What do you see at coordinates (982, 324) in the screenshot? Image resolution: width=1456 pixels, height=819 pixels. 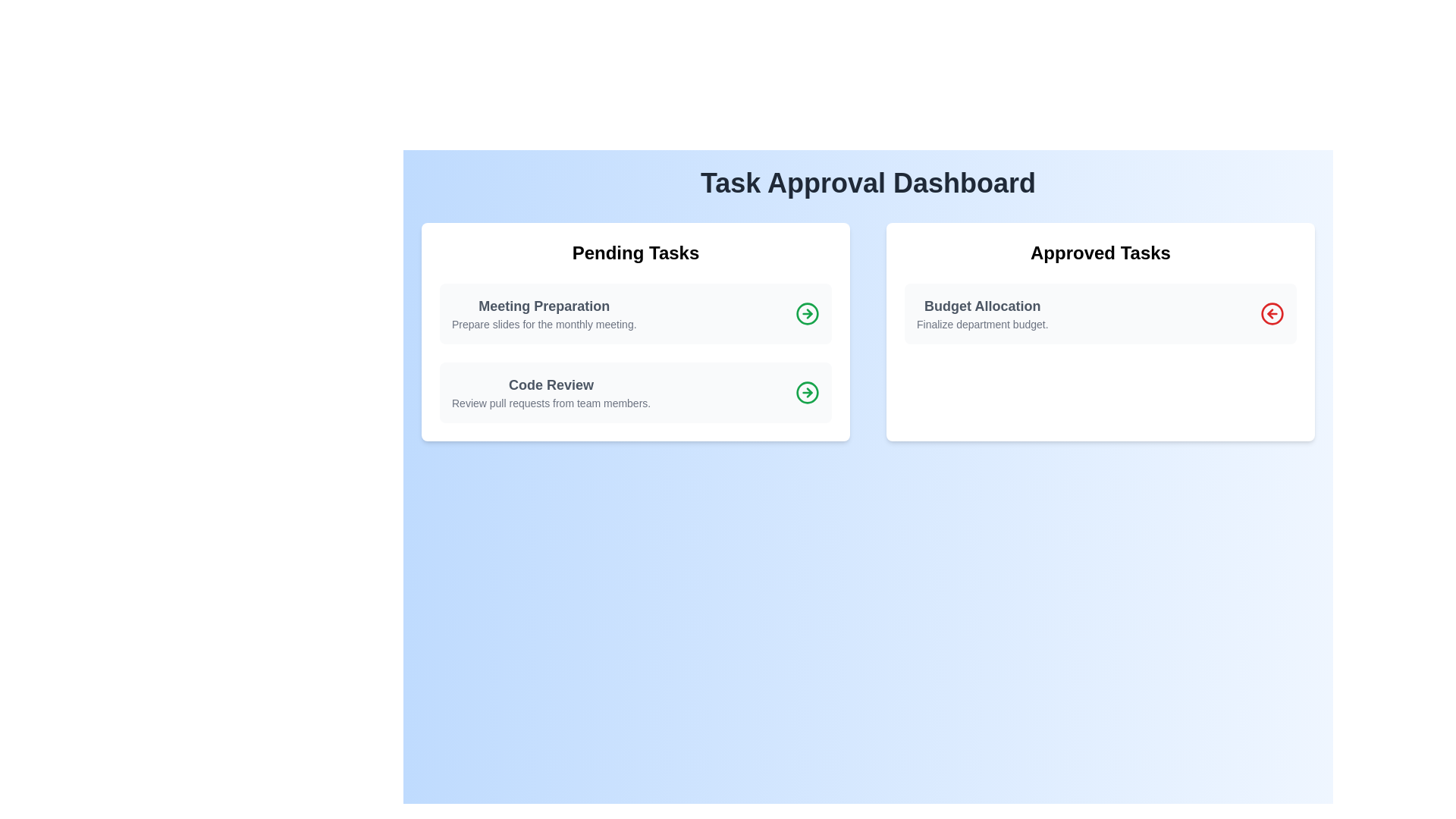 I see `the static text element providing additional information under the 'Budget Allocation' heading in the 'Approved Tasks' section` at bounding box center [982, 324].